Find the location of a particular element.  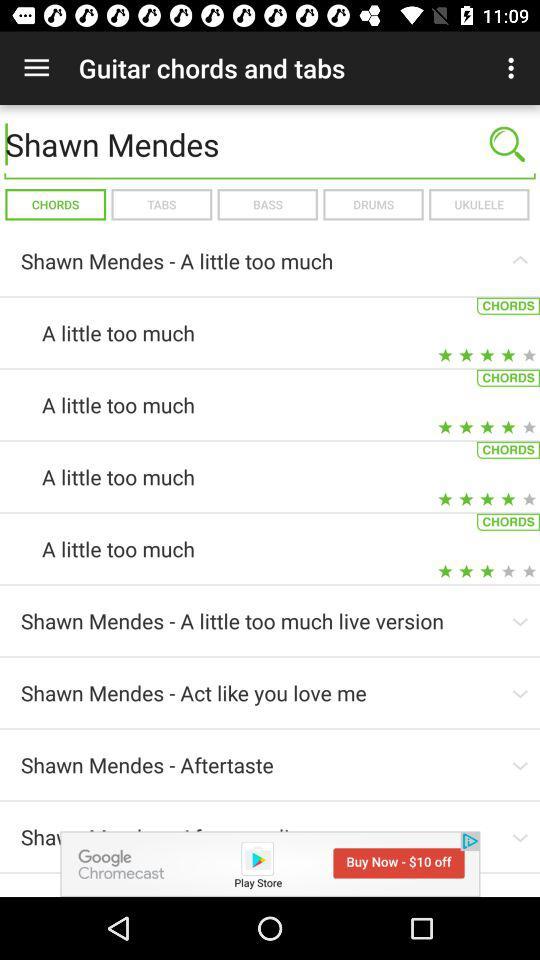

make a search is located at coordinates (507, 143).